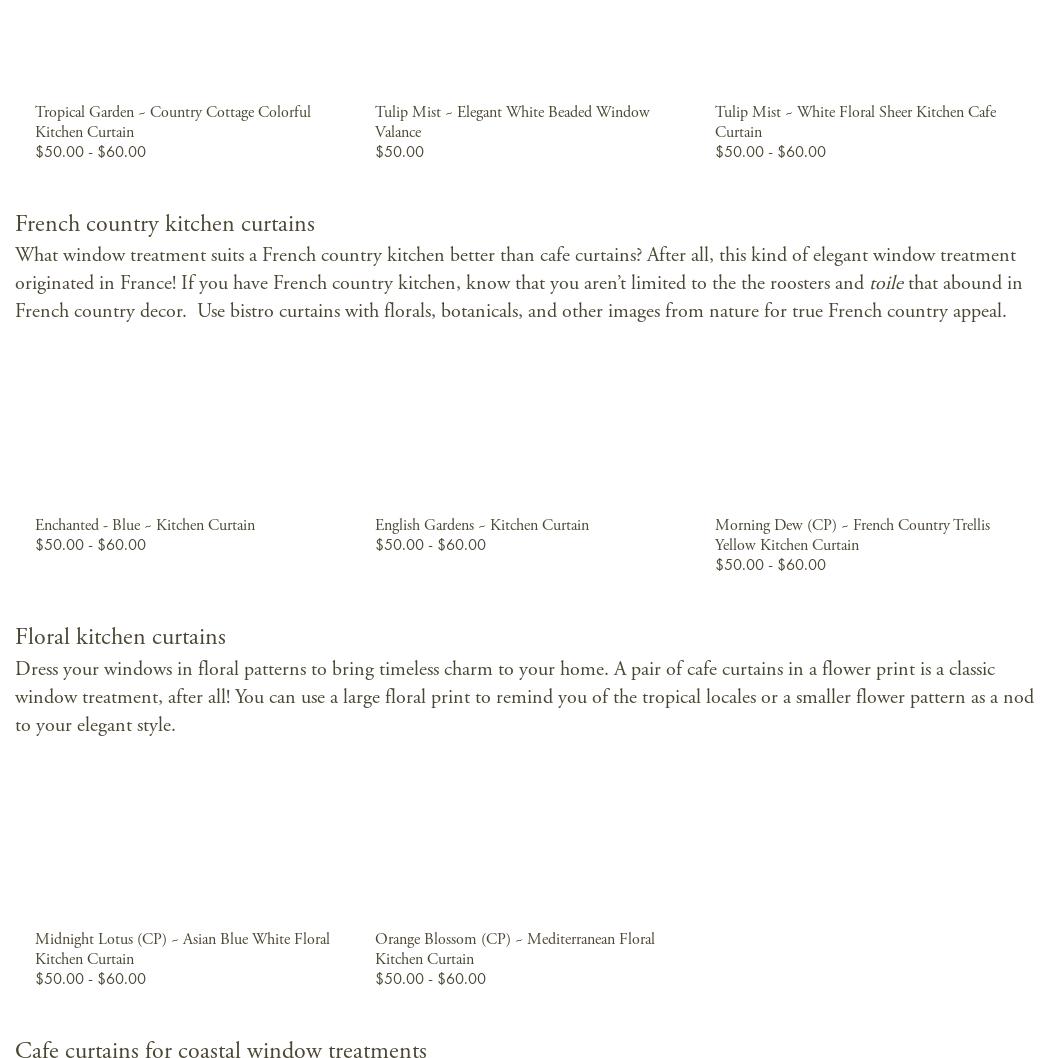  Describe the element at coordinates (523, 696) in the screenshot. I see `'Dress your windows in floral patterns to bring timeless charm to your home. A pair of cafe curtains in a flower print is a classic window treatment, after all! You can use a large floral print to remind you of the tropical locales or a smaller flower pattern as a nod to your elegant style.'` at that location.